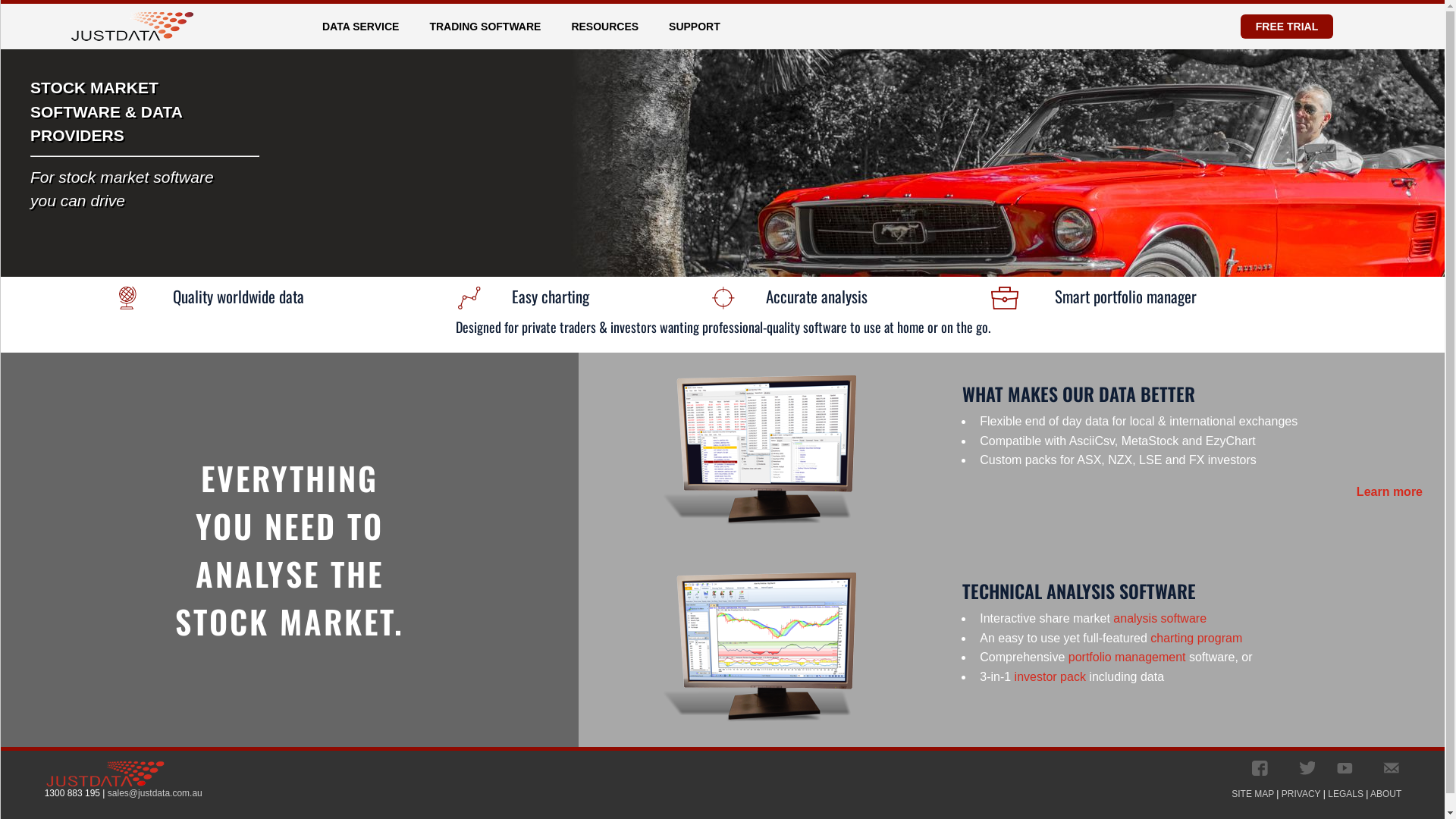 The height and width of the screenshot is (819, 1456). I want to click on 'analysis software', so click(1159, 618).